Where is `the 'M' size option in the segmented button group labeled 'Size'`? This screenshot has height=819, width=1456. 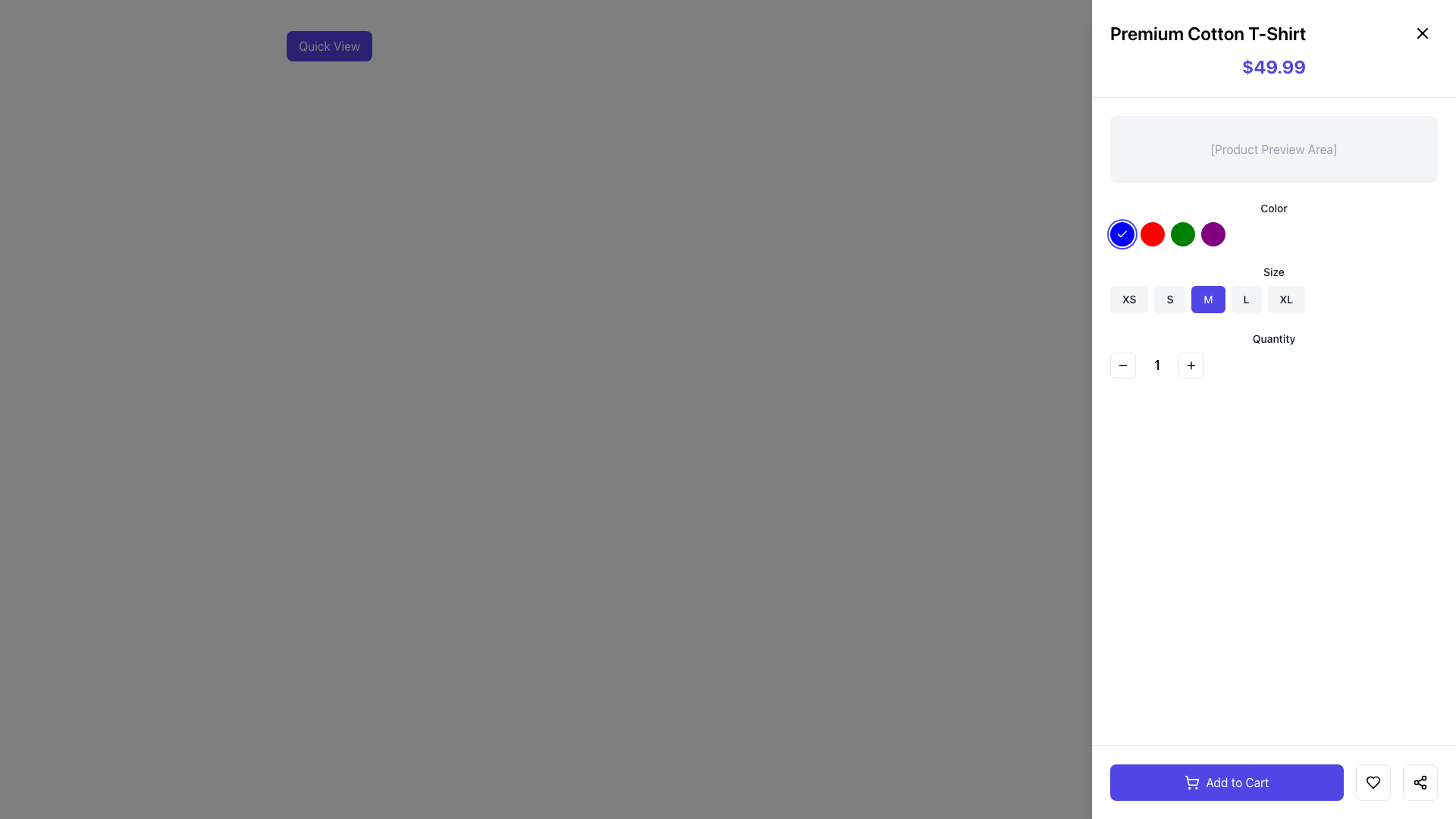
the 'M' size option in the segmented button group labeled 'Size' is located at coordinates (1274, 289).